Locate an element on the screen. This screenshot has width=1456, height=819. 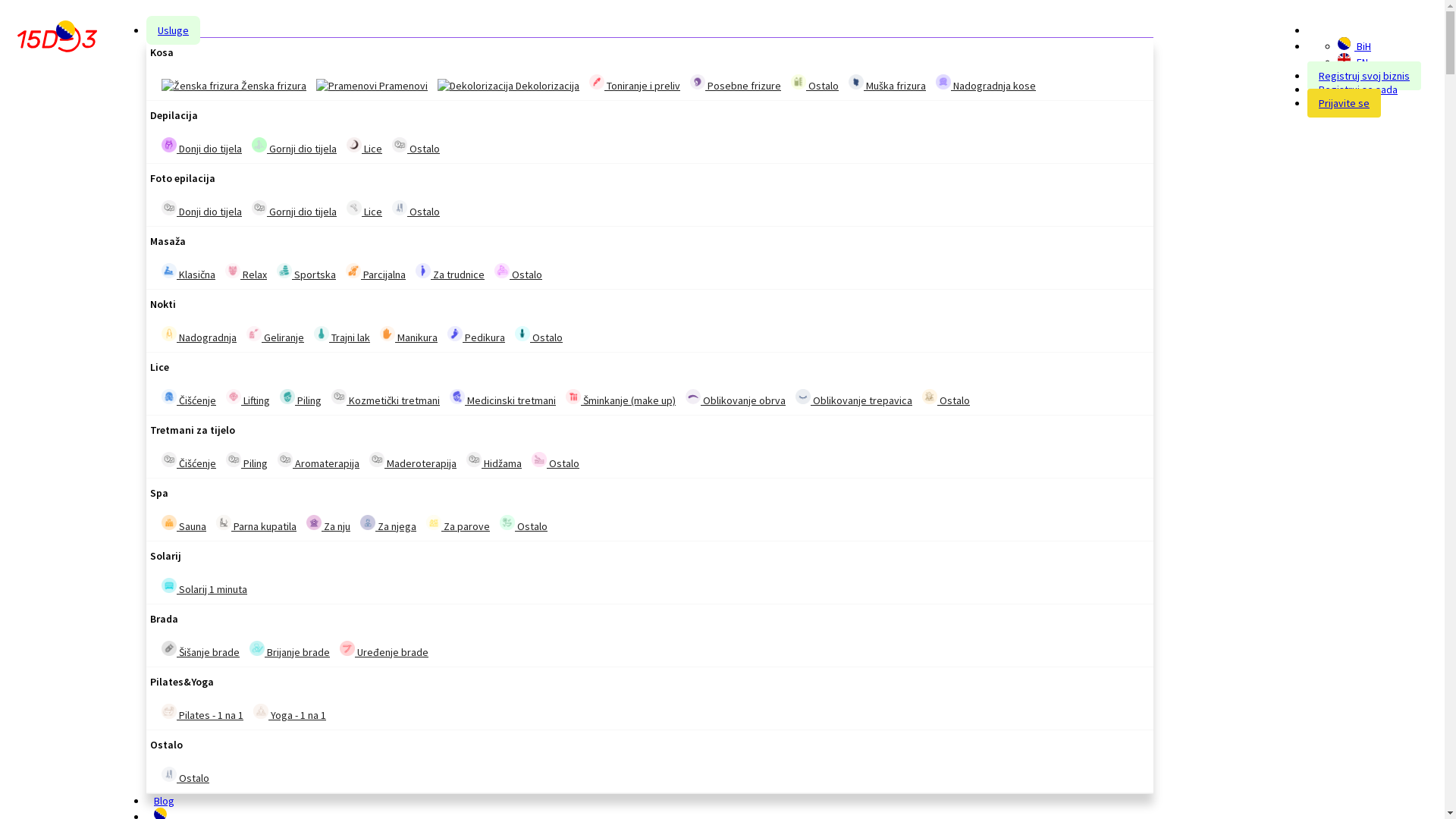
'Toniranje i preliv' is located at coordinates (585, 83).